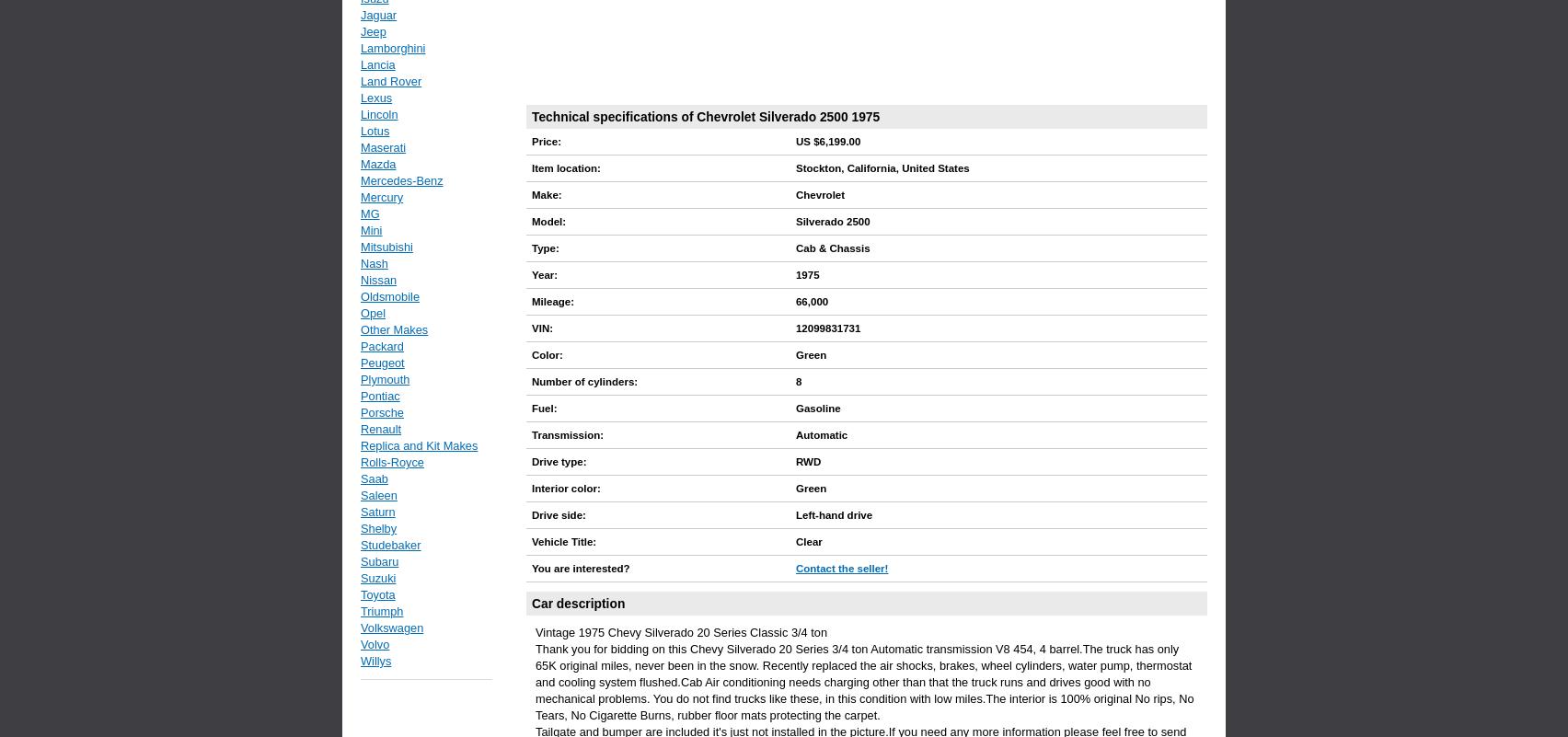 This screenshot has width=1568, height=737. What do you see at coordinates (359, 346) in the screenshot?
I see `'Packard'` at bounding box center [359, 346].